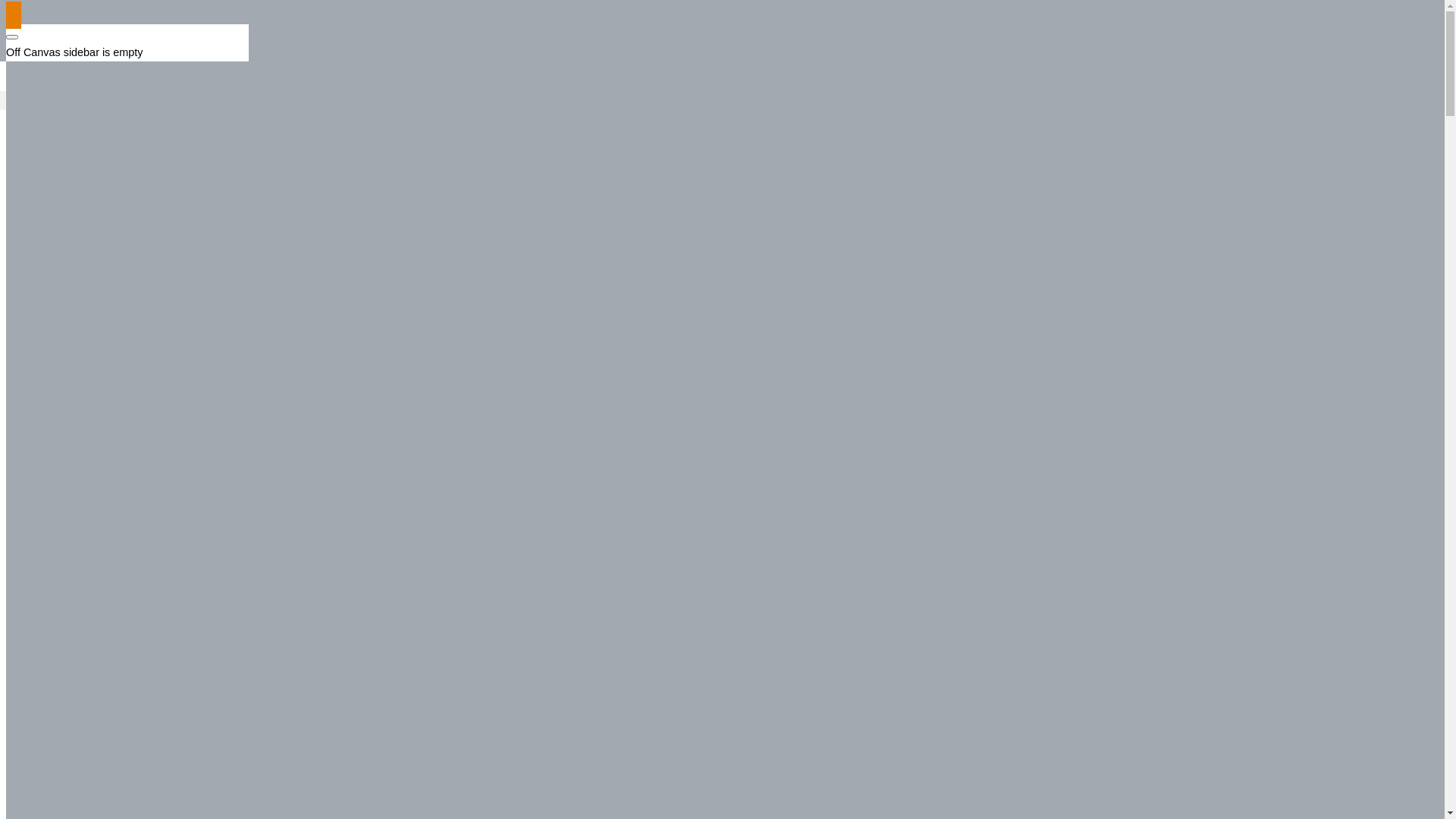 The width and height of the screenshot is (1456, 819). Describe the element at coordinates (14, 14) in the screenshot. I see `'Back to Top'` at that location.